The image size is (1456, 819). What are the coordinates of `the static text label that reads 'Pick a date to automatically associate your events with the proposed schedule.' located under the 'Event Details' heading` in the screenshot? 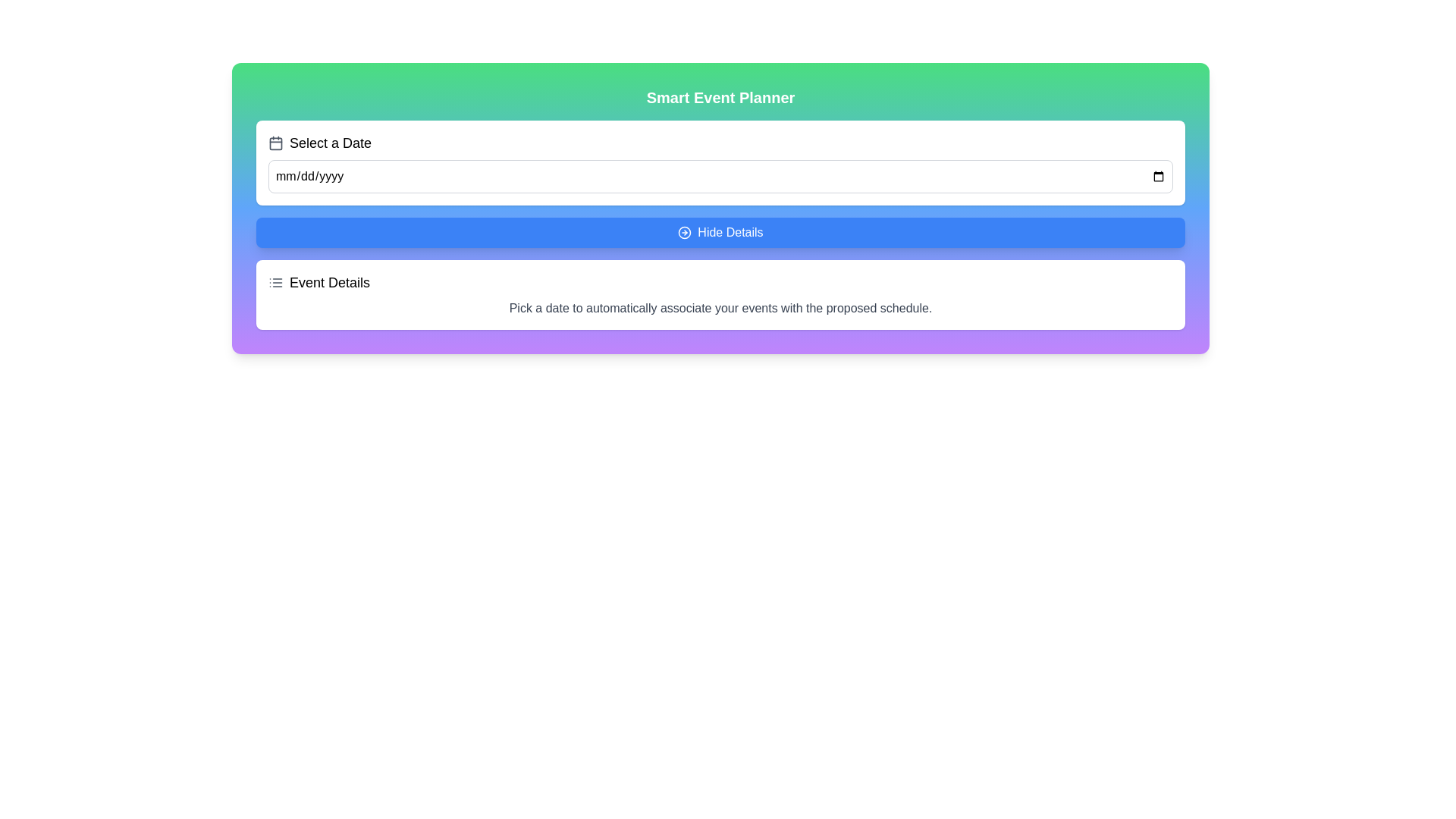 It's located at (720, 308).